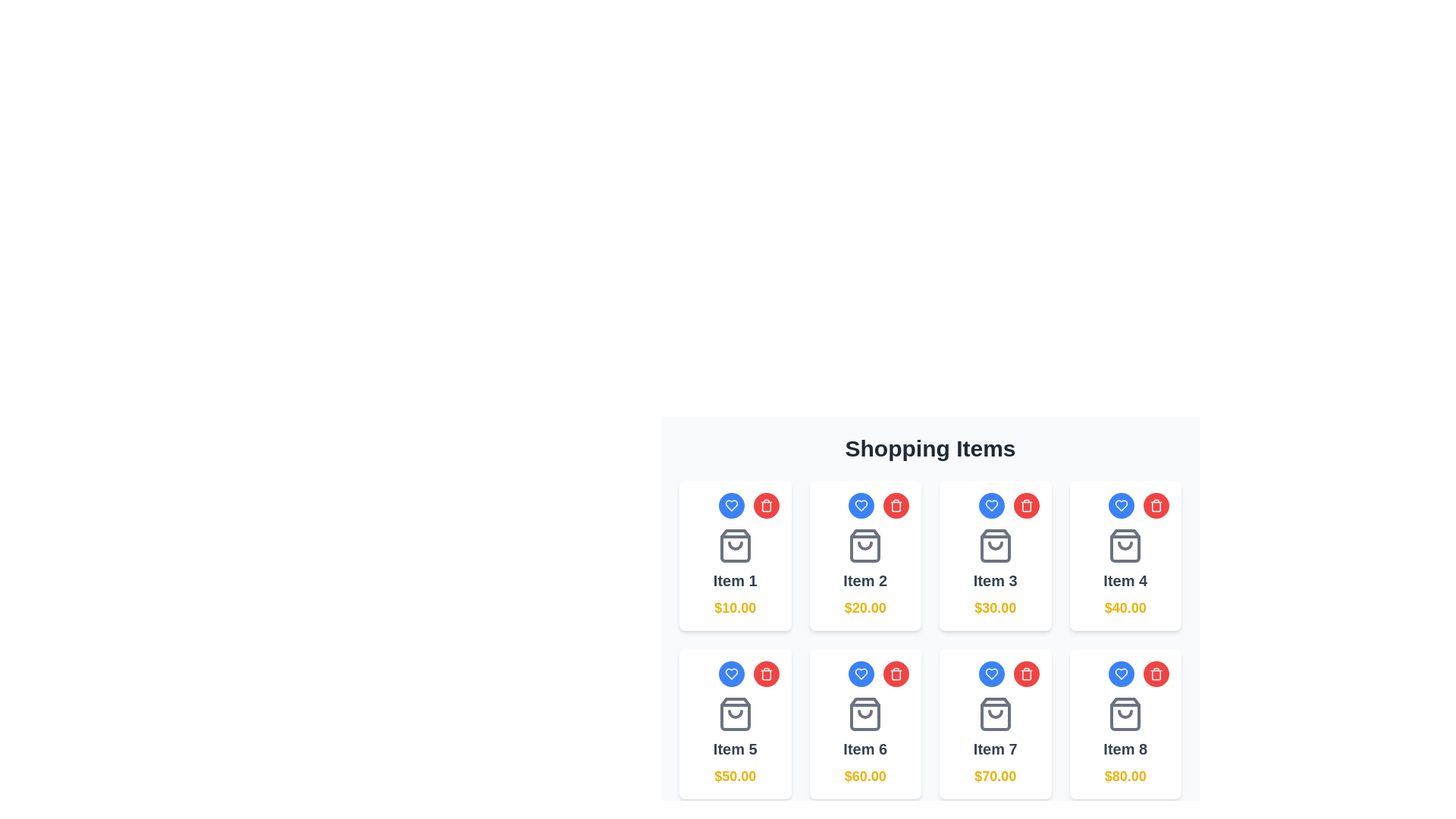 The height and width of the screenshot is (819, 1456). I want to click on the circular red button with a trash can icon located in the bottom row of the grid for 'Item 6', so click(896, 673).